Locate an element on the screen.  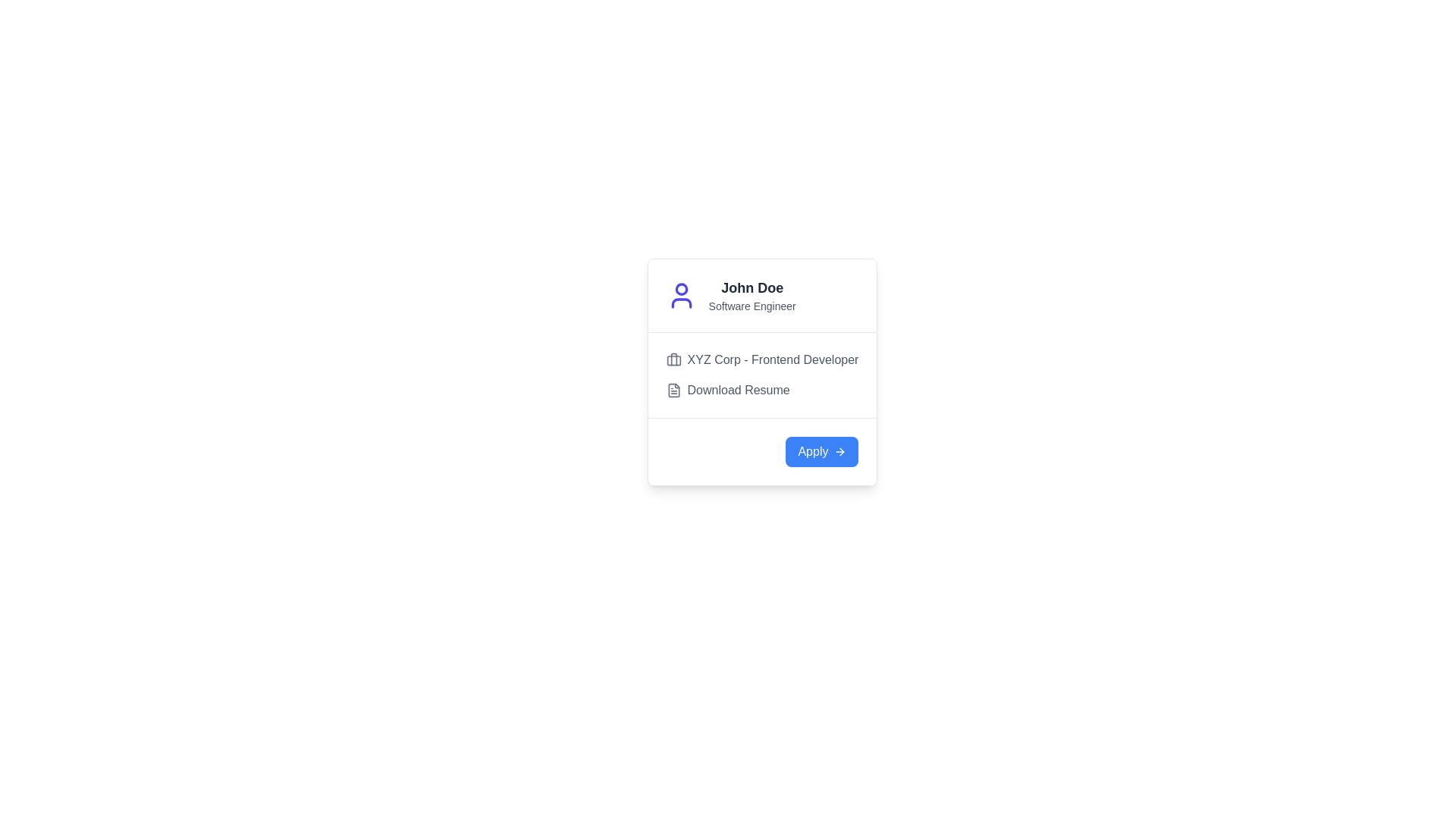
the clickable text with a document icon labeled 'Download Resume' located beneath the title 'XYZ Corp - Frontend Developer' to initiate the resume download is located at coordinates (762, 390).